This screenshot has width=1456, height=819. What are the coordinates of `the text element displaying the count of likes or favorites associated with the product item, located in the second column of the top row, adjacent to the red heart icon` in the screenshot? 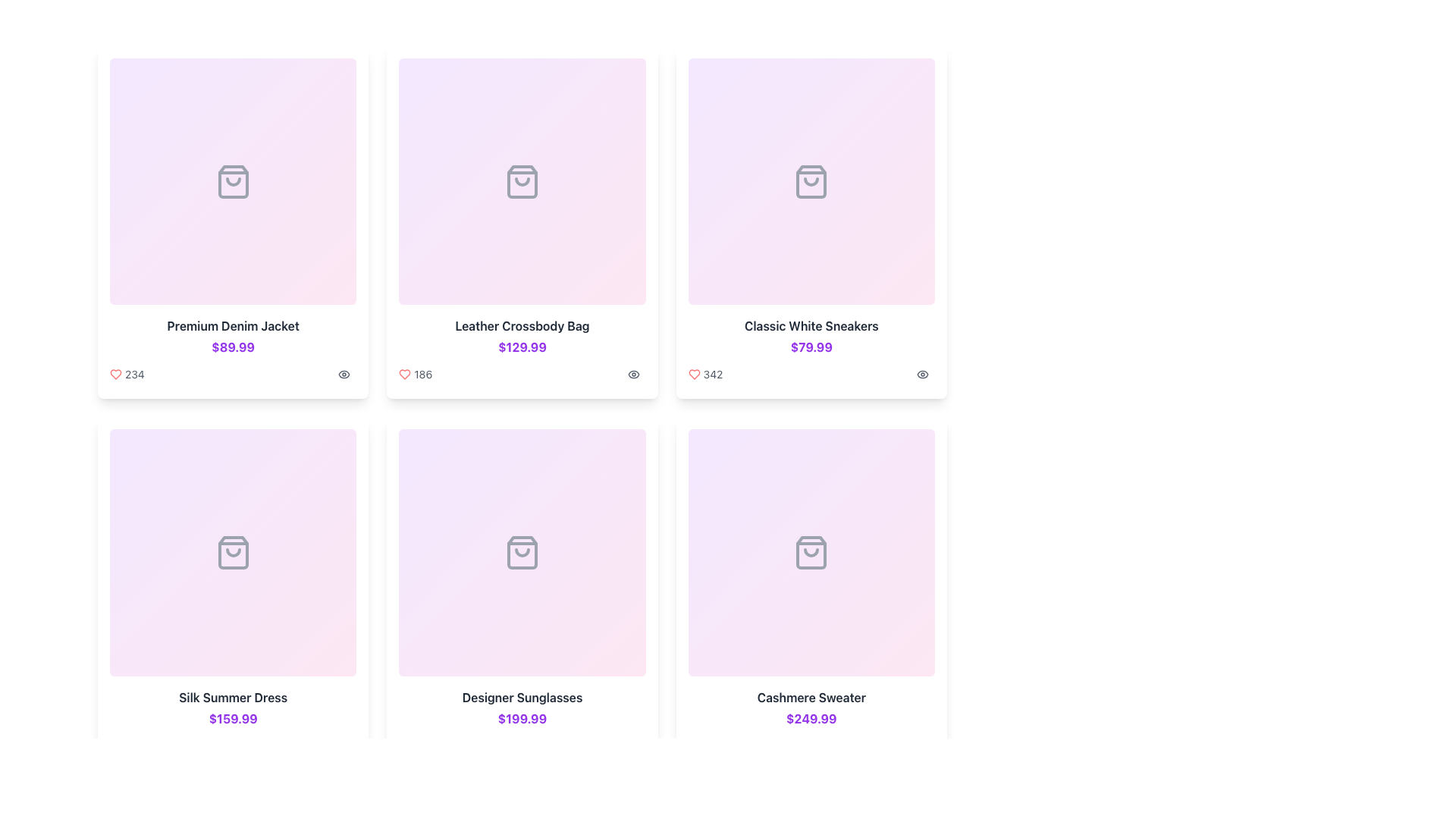 It's located at (712, 375).